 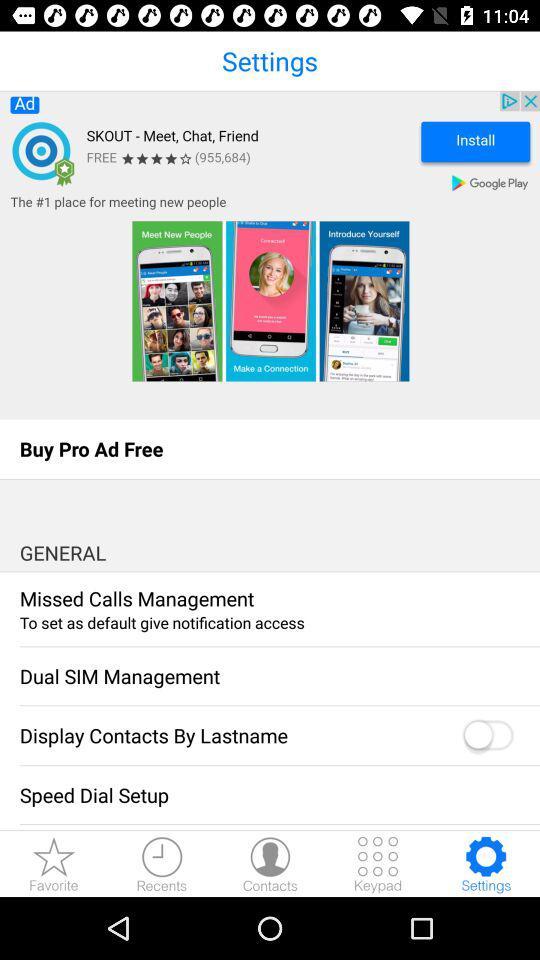 I want to click on recents icon in the bottom, so click(x=161, y=863).